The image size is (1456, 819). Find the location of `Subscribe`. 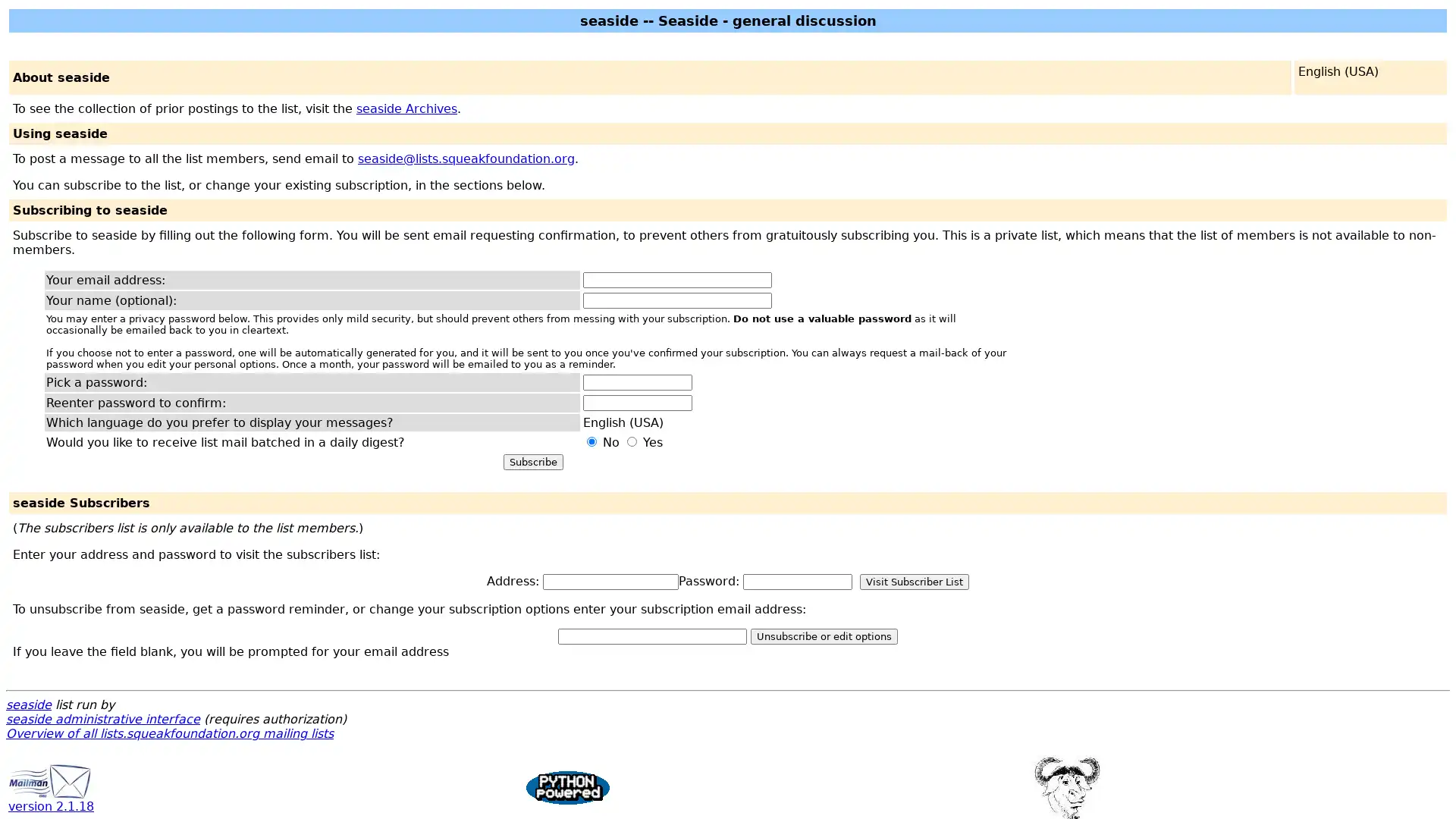

Subscribe is located at coordinates (532, 461).